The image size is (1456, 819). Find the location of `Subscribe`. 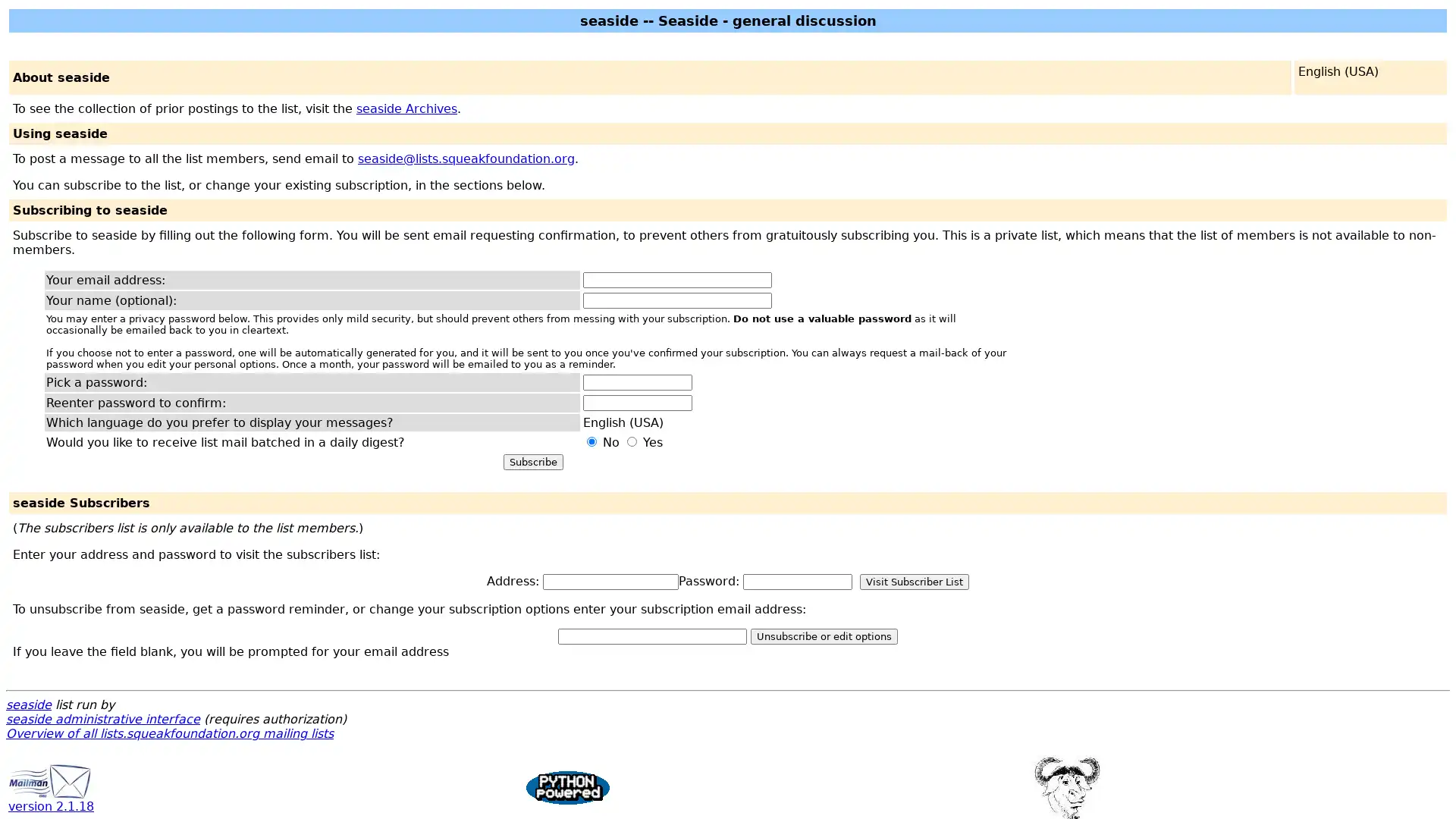

Subscribe is located at coordinates (532, 461).